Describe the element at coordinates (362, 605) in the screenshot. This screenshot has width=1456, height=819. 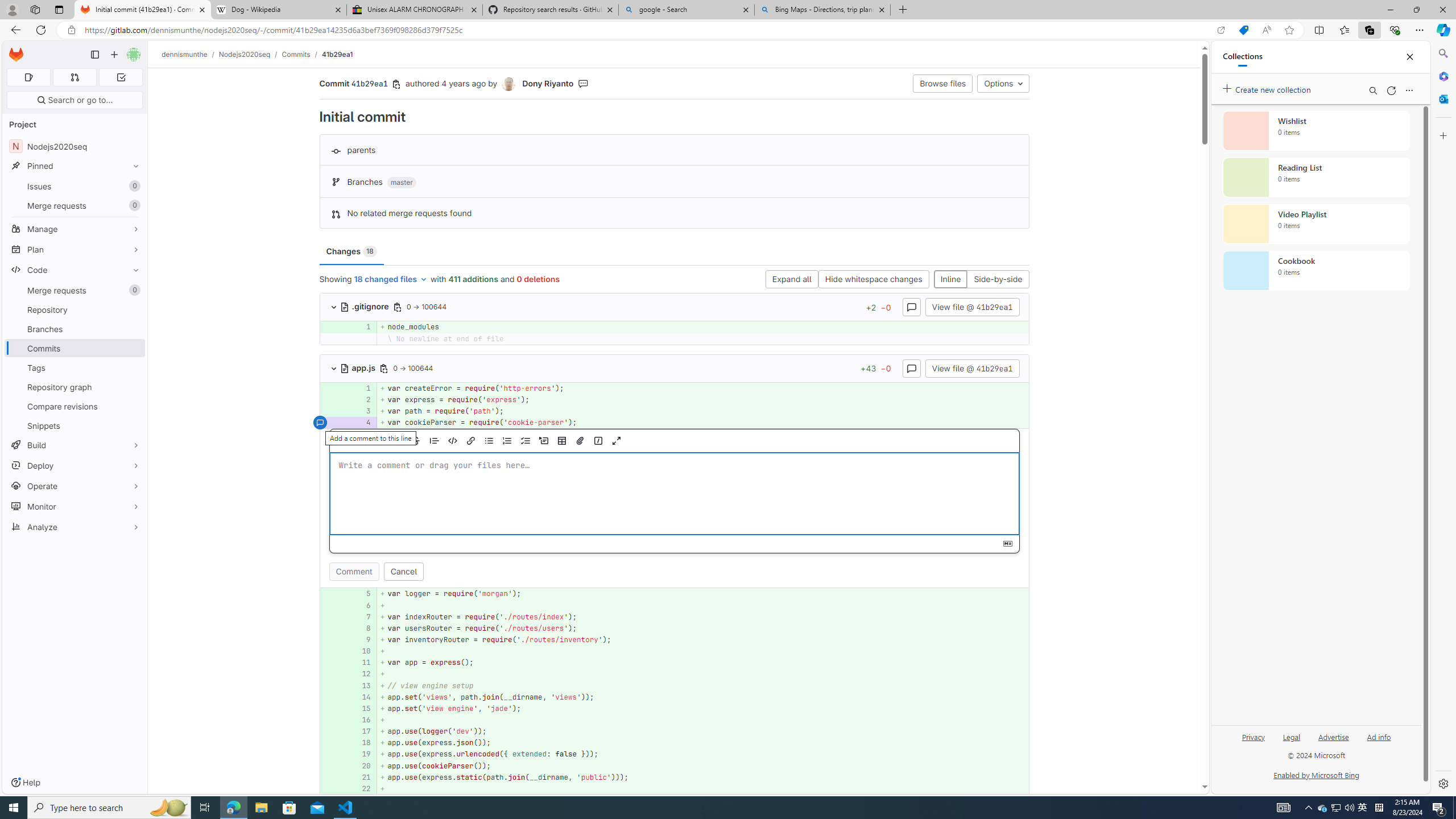
I see `'6'` at that location.